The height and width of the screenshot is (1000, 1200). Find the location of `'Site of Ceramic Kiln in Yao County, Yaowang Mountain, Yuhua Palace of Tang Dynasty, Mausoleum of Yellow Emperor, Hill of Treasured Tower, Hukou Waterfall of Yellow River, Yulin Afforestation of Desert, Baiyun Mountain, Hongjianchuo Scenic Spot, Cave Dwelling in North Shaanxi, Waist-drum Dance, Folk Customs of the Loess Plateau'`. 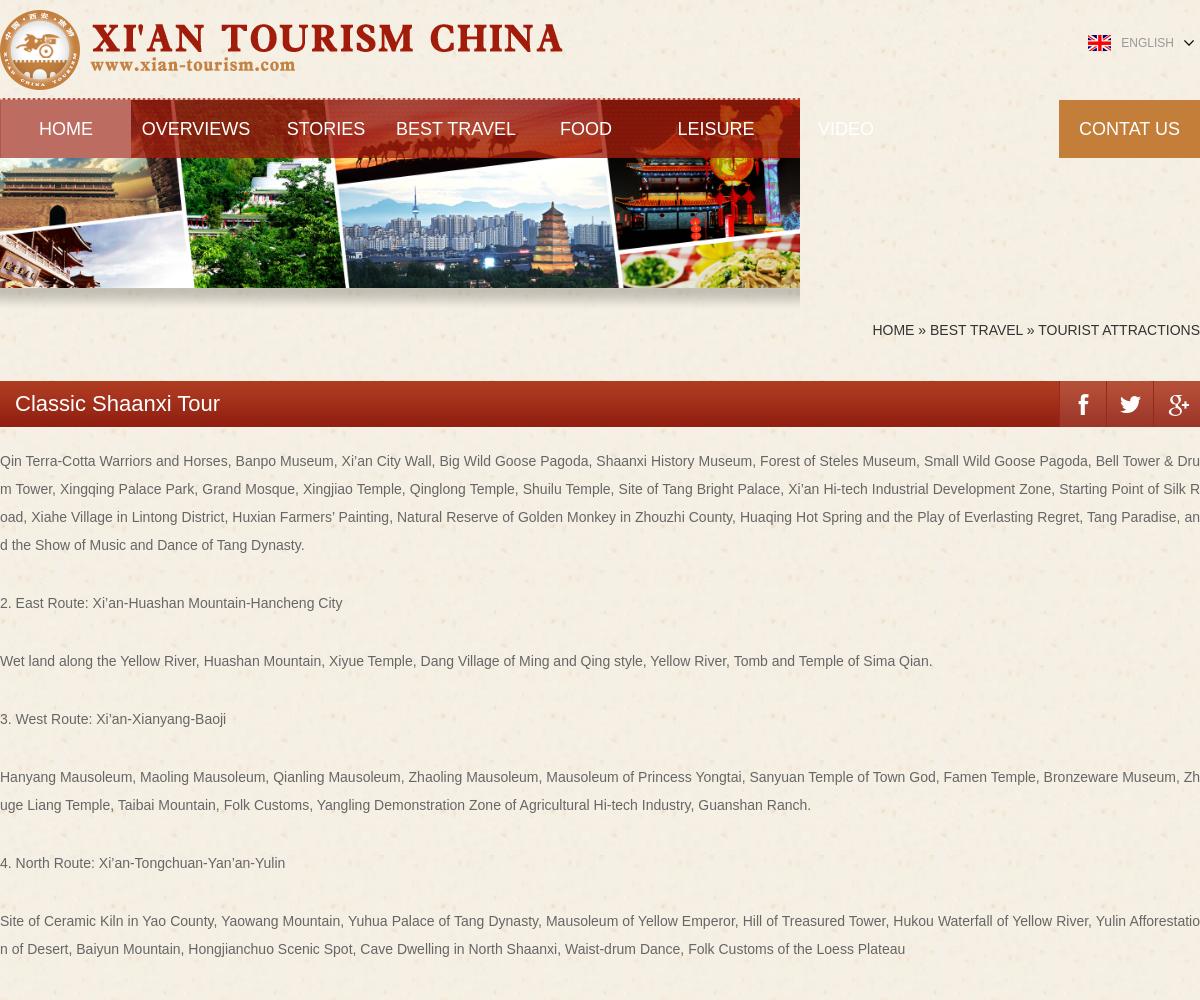

'Site of Ceramic Kiln in Yao County, Yaowang Mountain, Yuhua Palace of Tang Dynasty, Mausoleum of Yellow Emperor, Hill of Treasured Tower, Hukou Waterfall of Yellow River, Yulin Afforestation of Desert, Baiyun Mountain, Hongjianchuo Scenic Spot, Cave Dwelling in North Shaanxi, Waist-drum Dance, Folk Customs of the Loess Plateau' is located at coordinates (600, 934).